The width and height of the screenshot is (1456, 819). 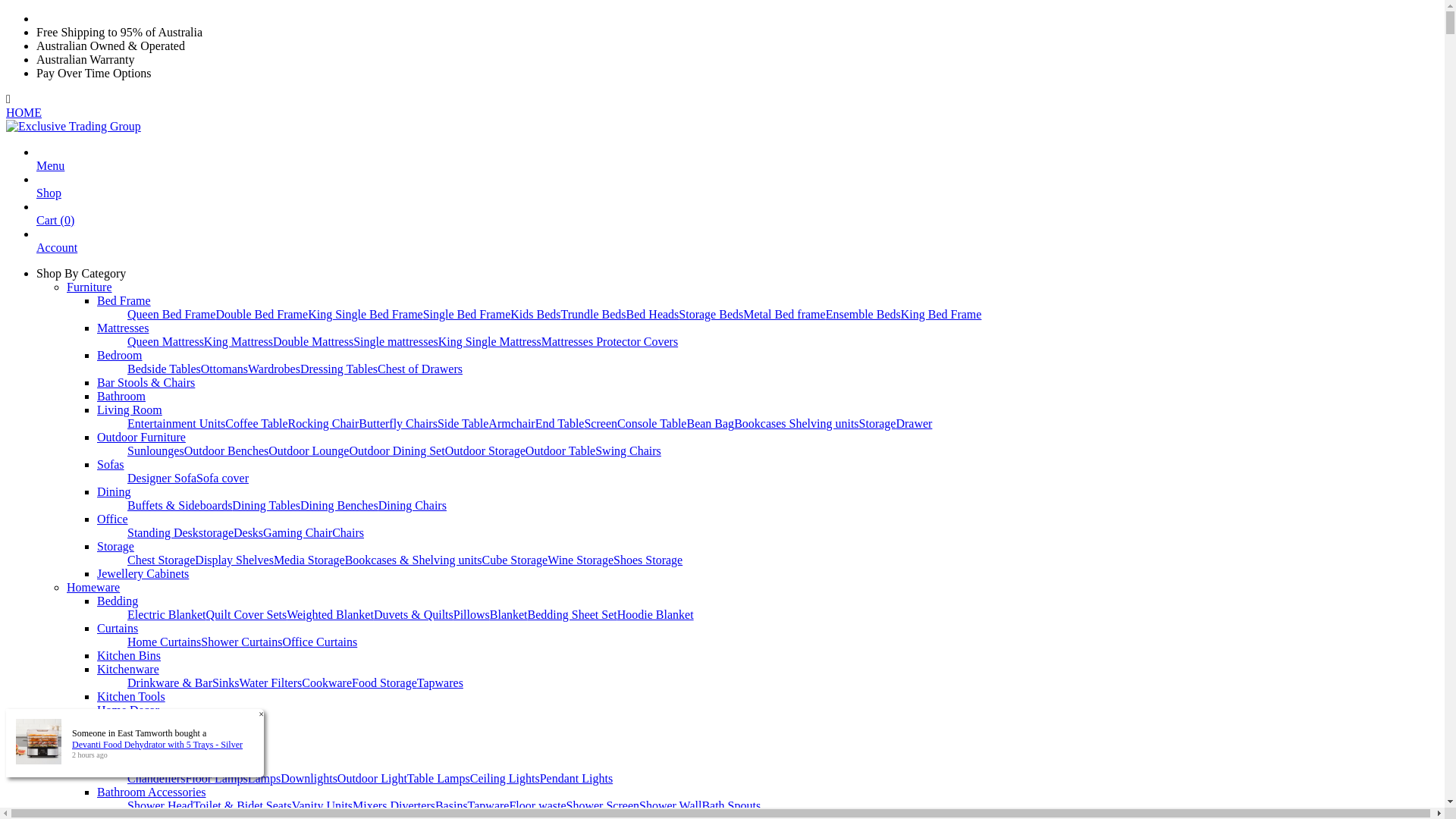 I want to click on 'Dining Benches', so click(x=338, y=505).